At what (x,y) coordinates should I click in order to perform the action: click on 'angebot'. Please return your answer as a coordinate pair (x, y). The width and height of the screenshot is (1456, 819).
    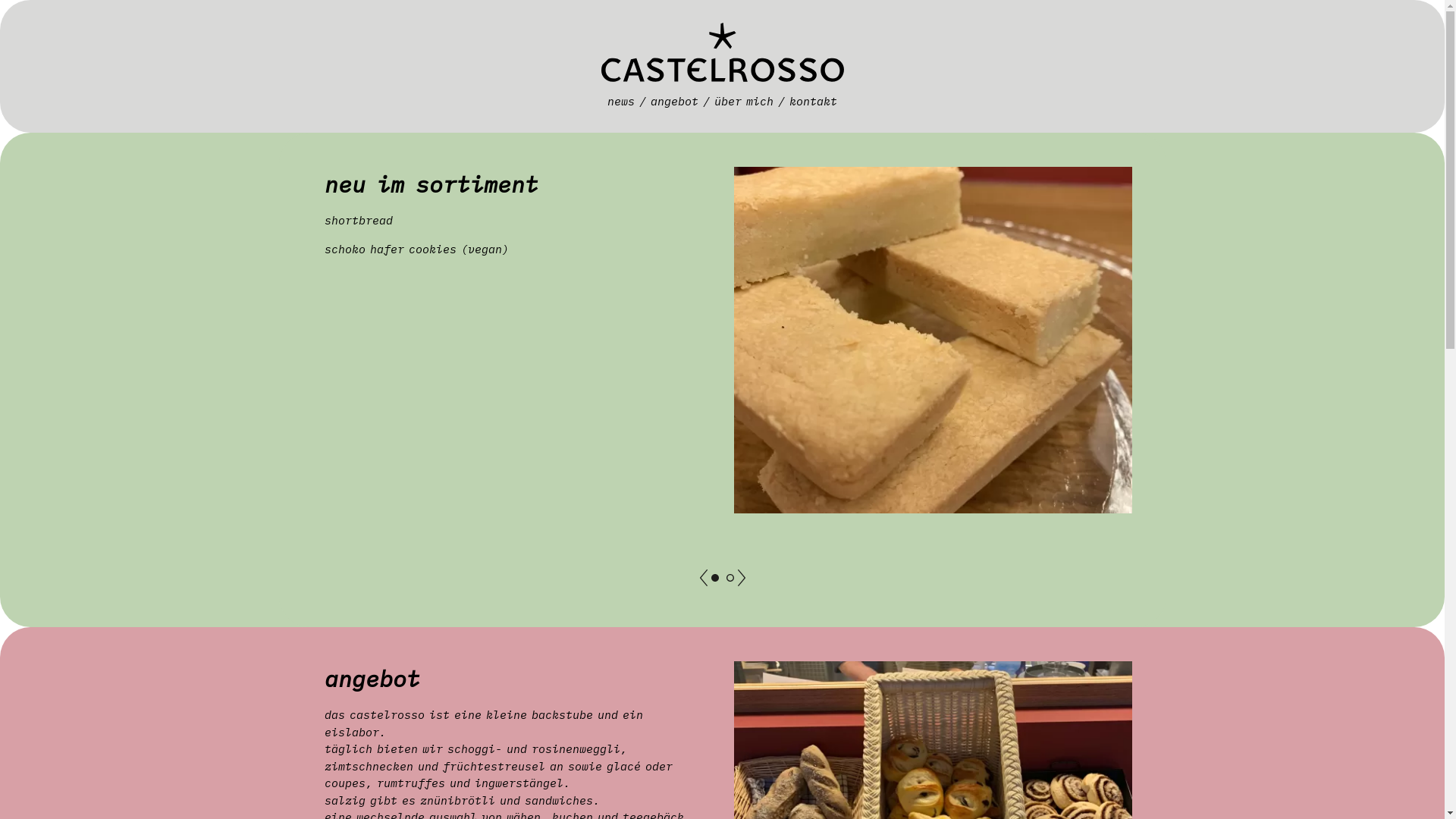
    Looking at the image, I should click on (673, 102).